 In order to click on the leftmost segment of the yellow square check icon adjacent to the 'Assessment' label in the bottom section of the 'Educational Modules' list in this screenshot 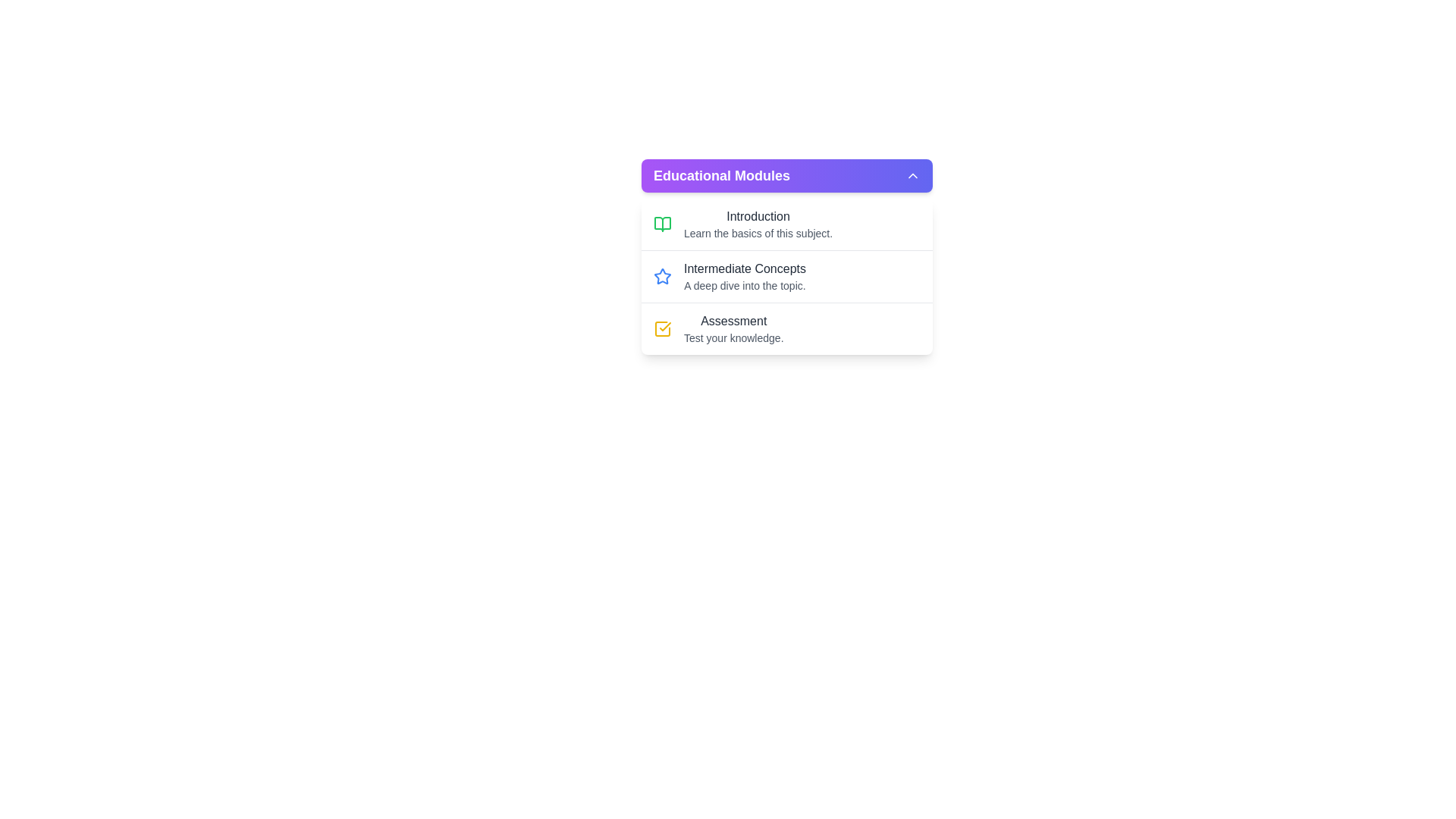, I will do `click(662, 328)`.